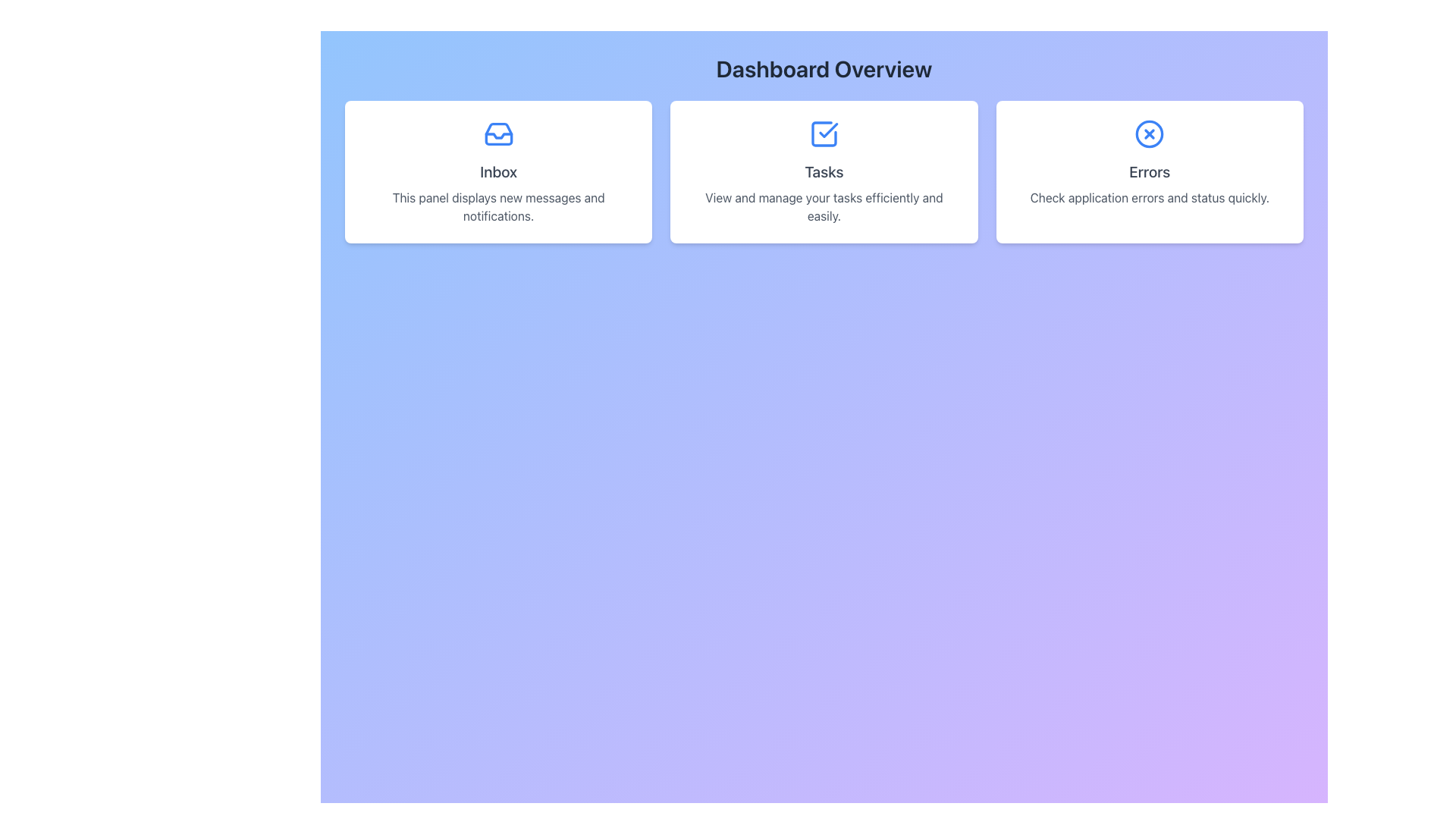 The image size is (1456, 819). I want to click on the error icon located in the 'Errors' card within the dashboard overview layout, so click(1150, 133).